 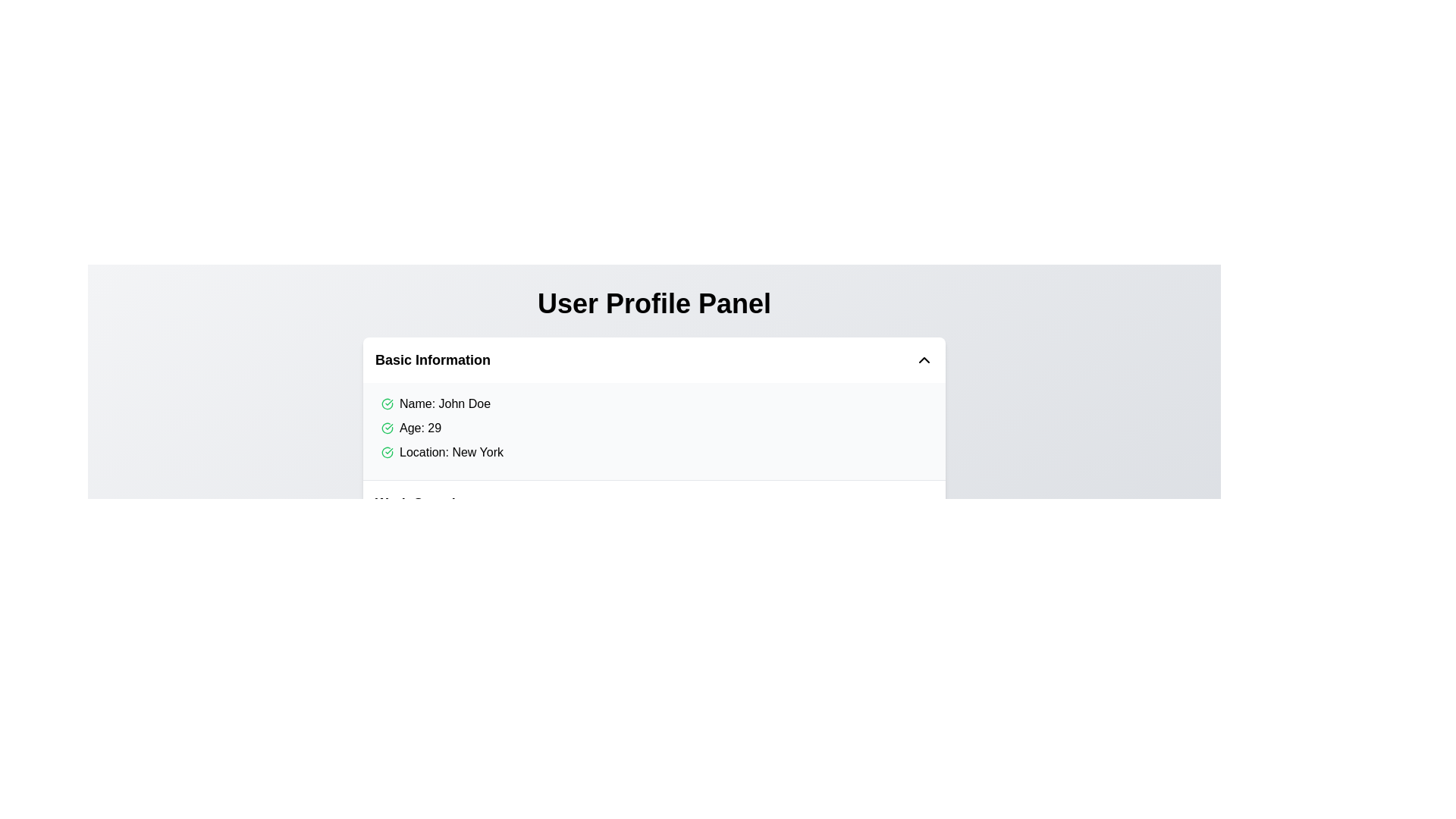 What do you see at coordinates (387, 403) in the screenshot?
I see `the green checkmark icon located to the left of the text 'Name: John Doe' in the 'Basic Information' section of the profile page` at bounding box center [387, 403].